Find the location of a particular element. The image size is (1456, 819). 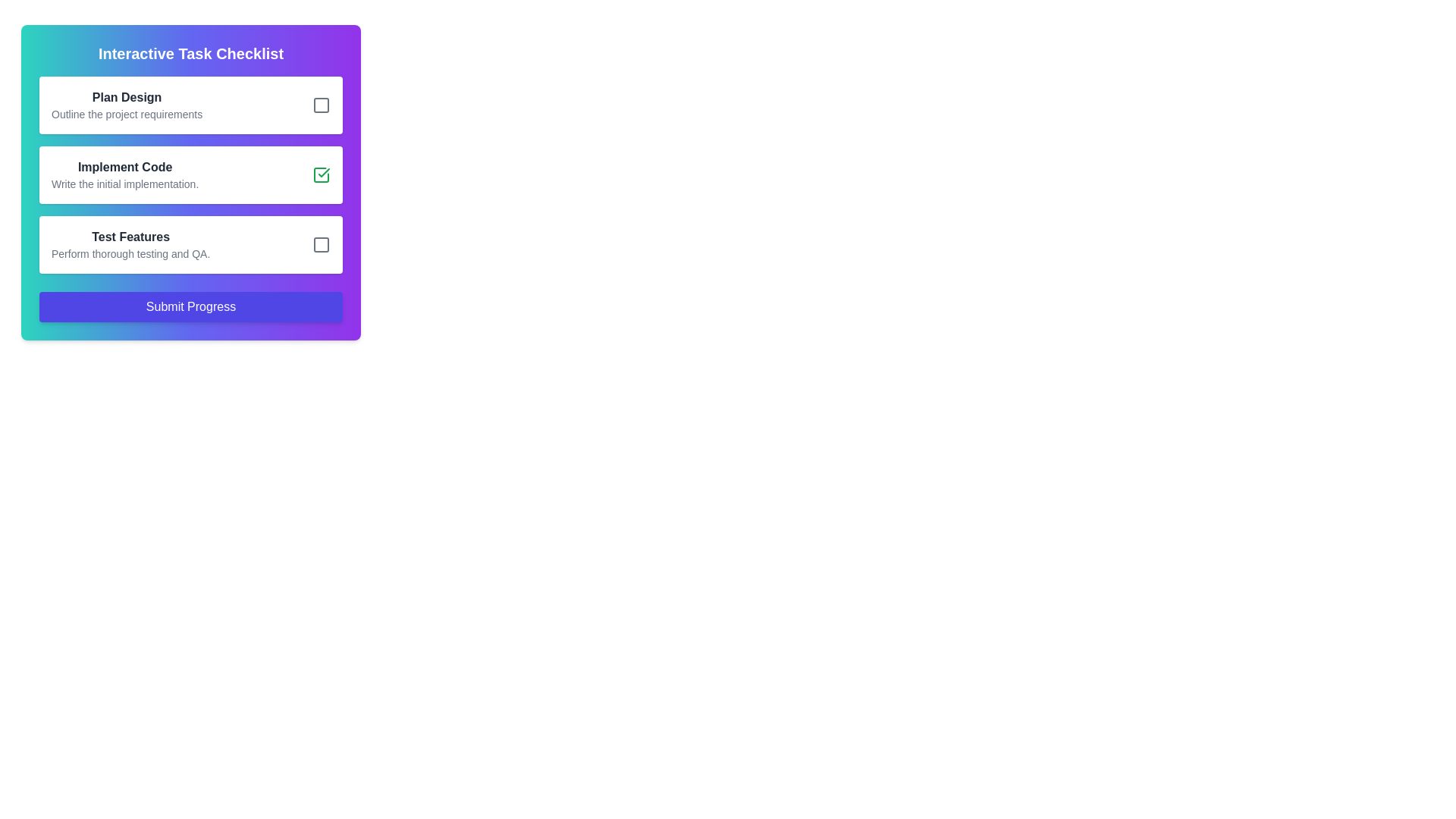

the submission button located at the bottom of the task checklist is located at coordinates (190, 307).